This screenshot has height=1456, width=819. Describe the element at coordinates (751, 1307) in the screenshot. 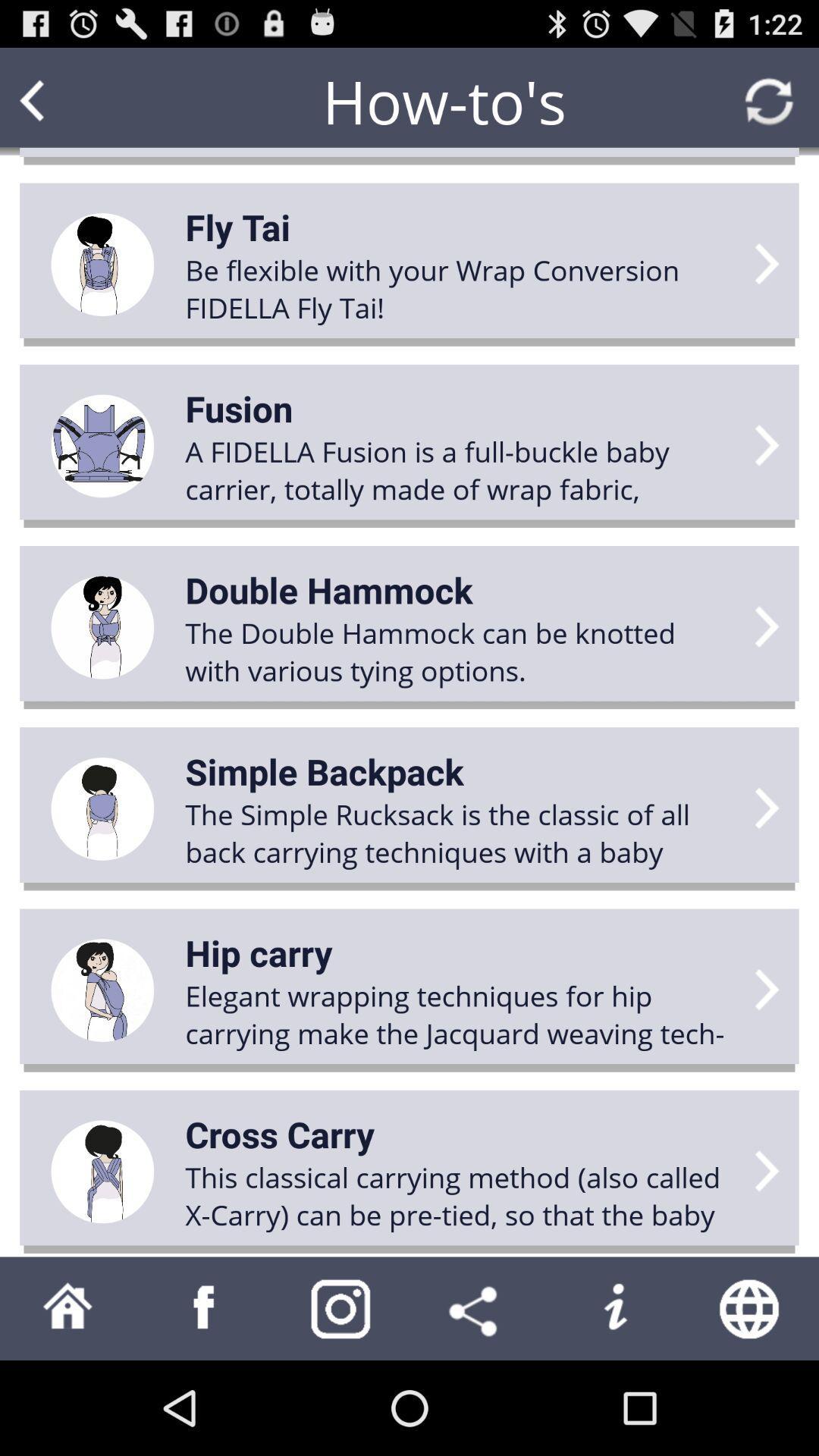

I see `search web` at that location.